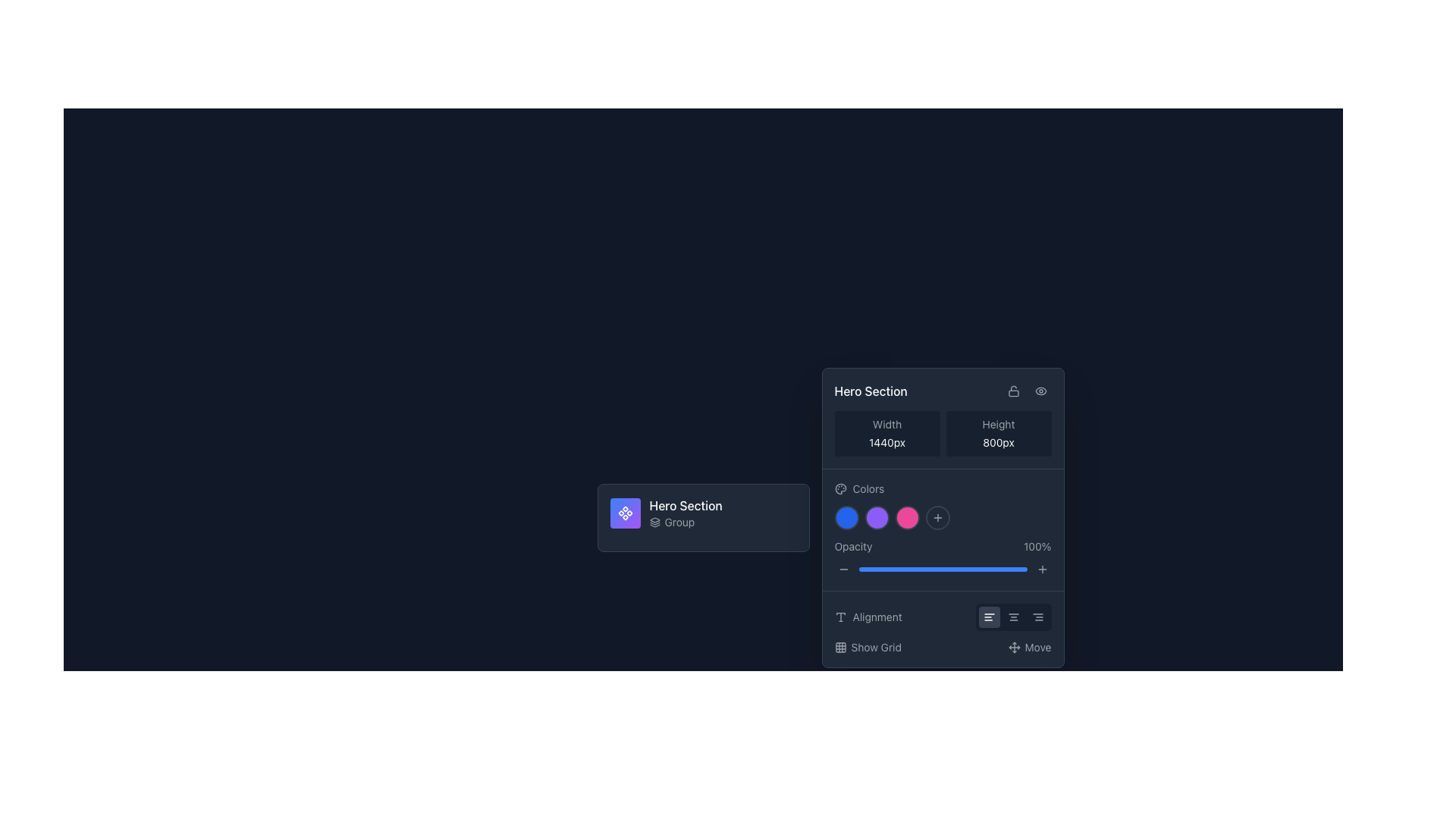  Describe the element at coordinates (942, 433) in the screenshot. I see `the Informational panel section displaying dimensions` at that location.